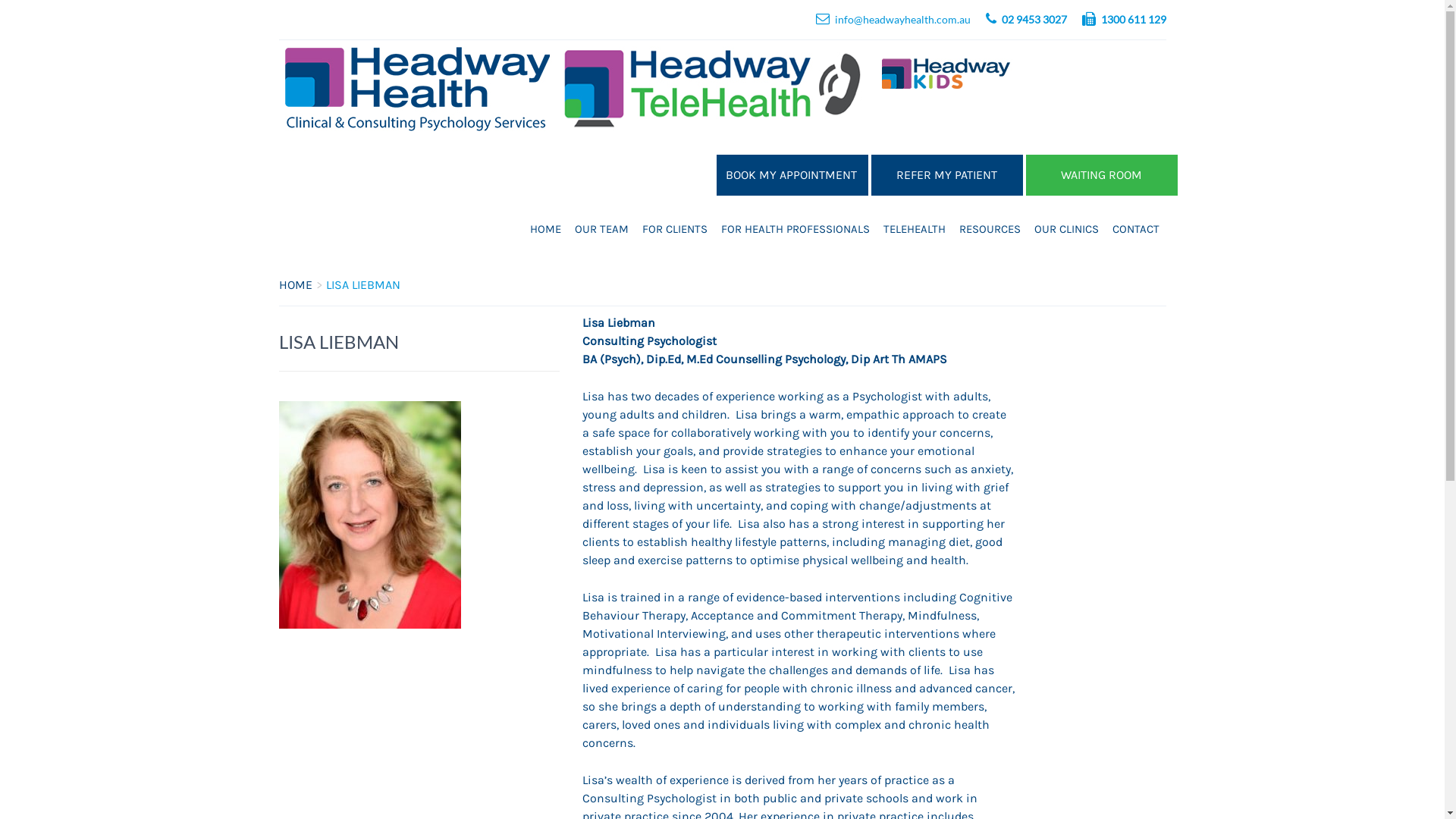 This screenshot has height=819, width=1456. I want to click on 'BOOK MY APPOINTMENT', so click(715, 174).